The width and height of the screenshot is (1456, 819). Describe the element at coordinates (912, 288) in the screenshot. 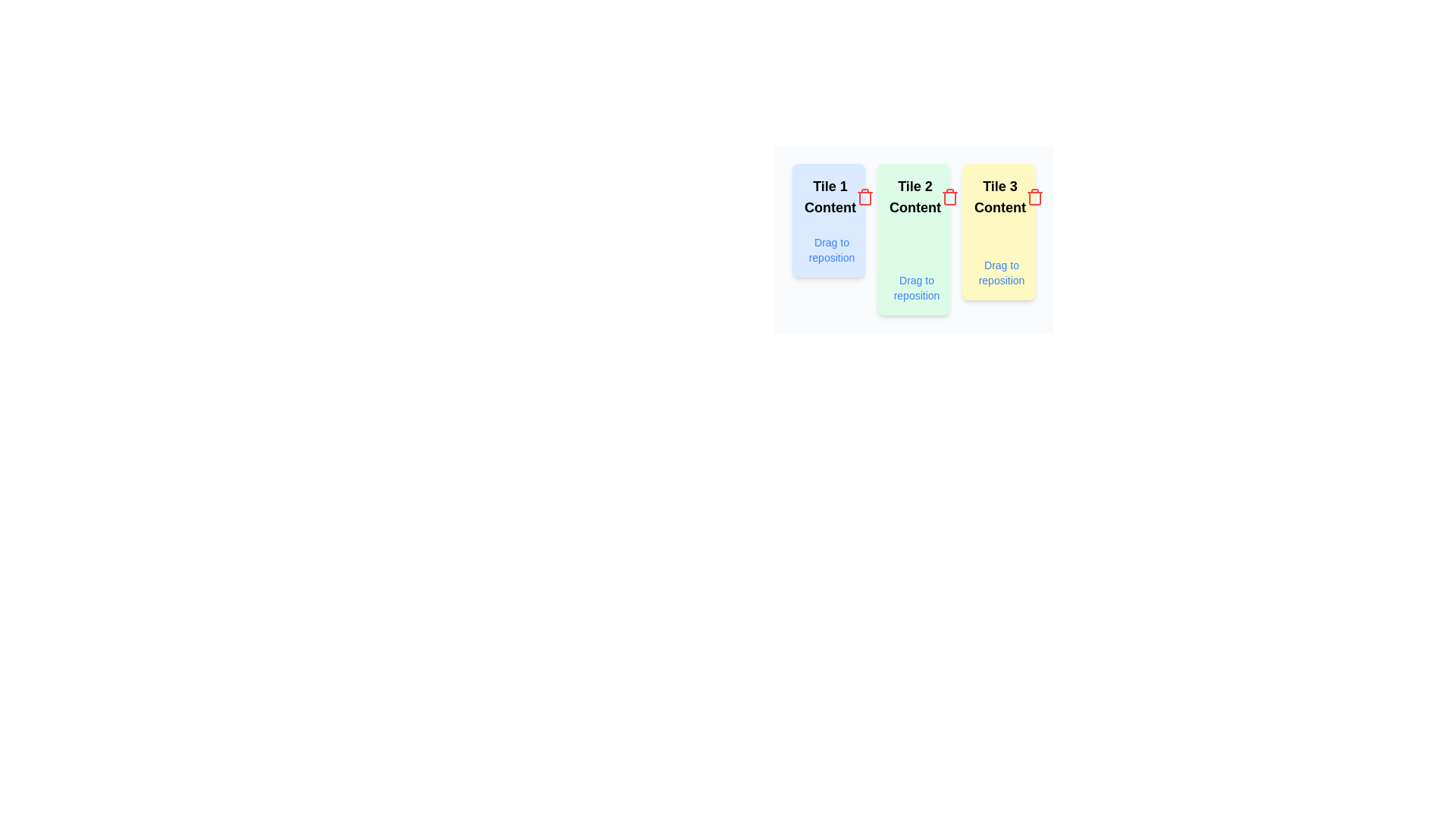

I see `on the interactive draggable text element located at the bottom-center of the 'Tile 2 Content' card with a green background` at that location.